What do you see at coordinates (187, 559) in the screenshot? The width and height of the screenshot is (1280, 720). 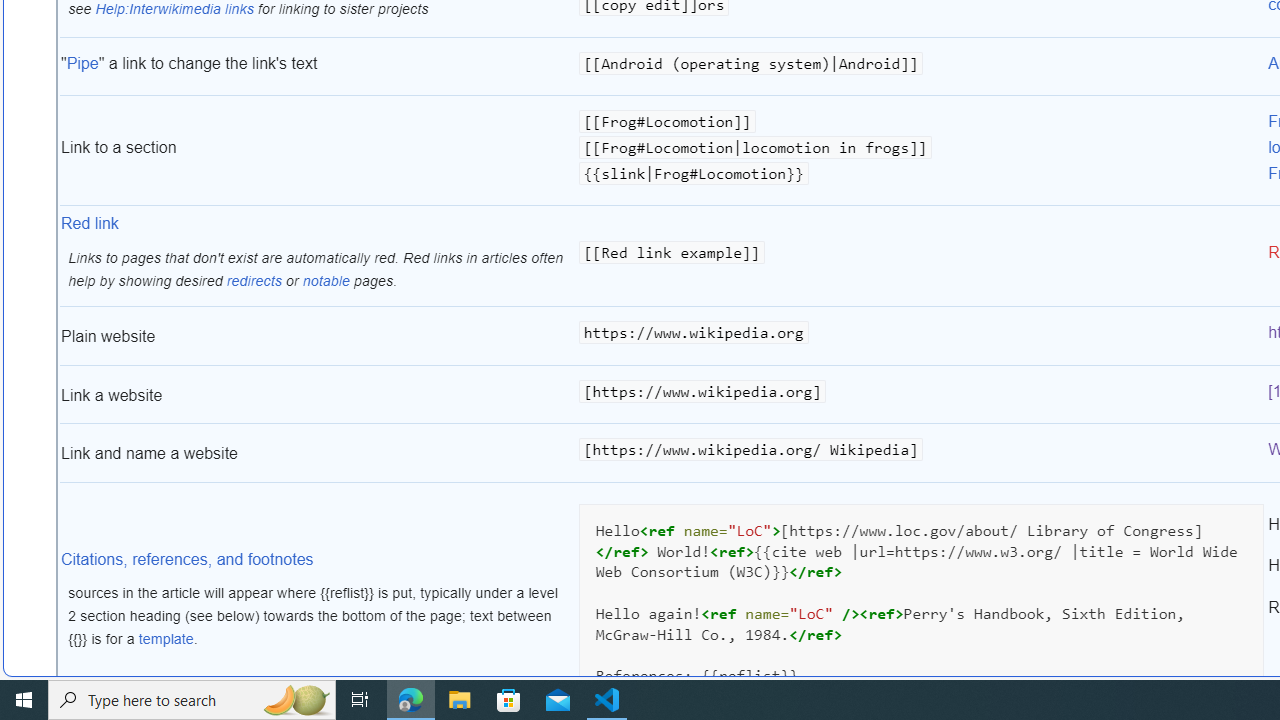 I see `'Citations, references, and footnotes'` at bounding box center [187, 559].